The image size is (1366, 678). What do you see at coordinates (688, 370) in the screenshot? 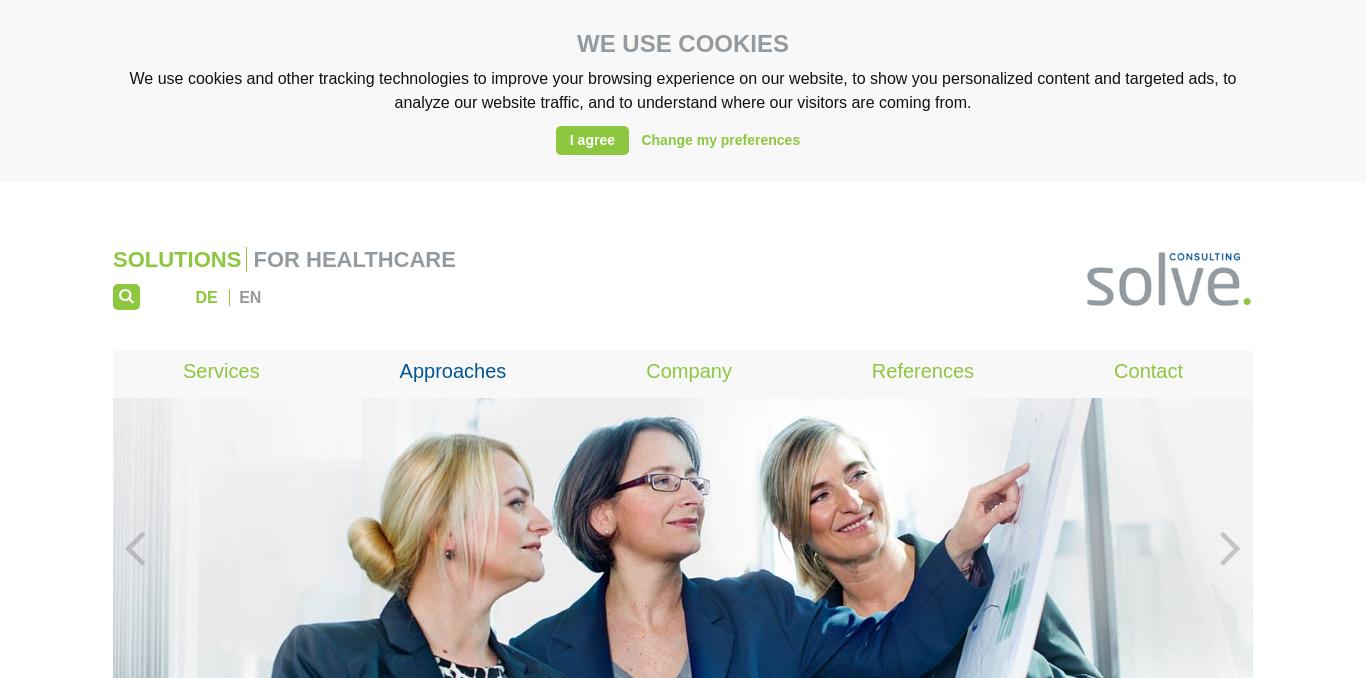
I see `'Company'` at bounding box center [688, 370].